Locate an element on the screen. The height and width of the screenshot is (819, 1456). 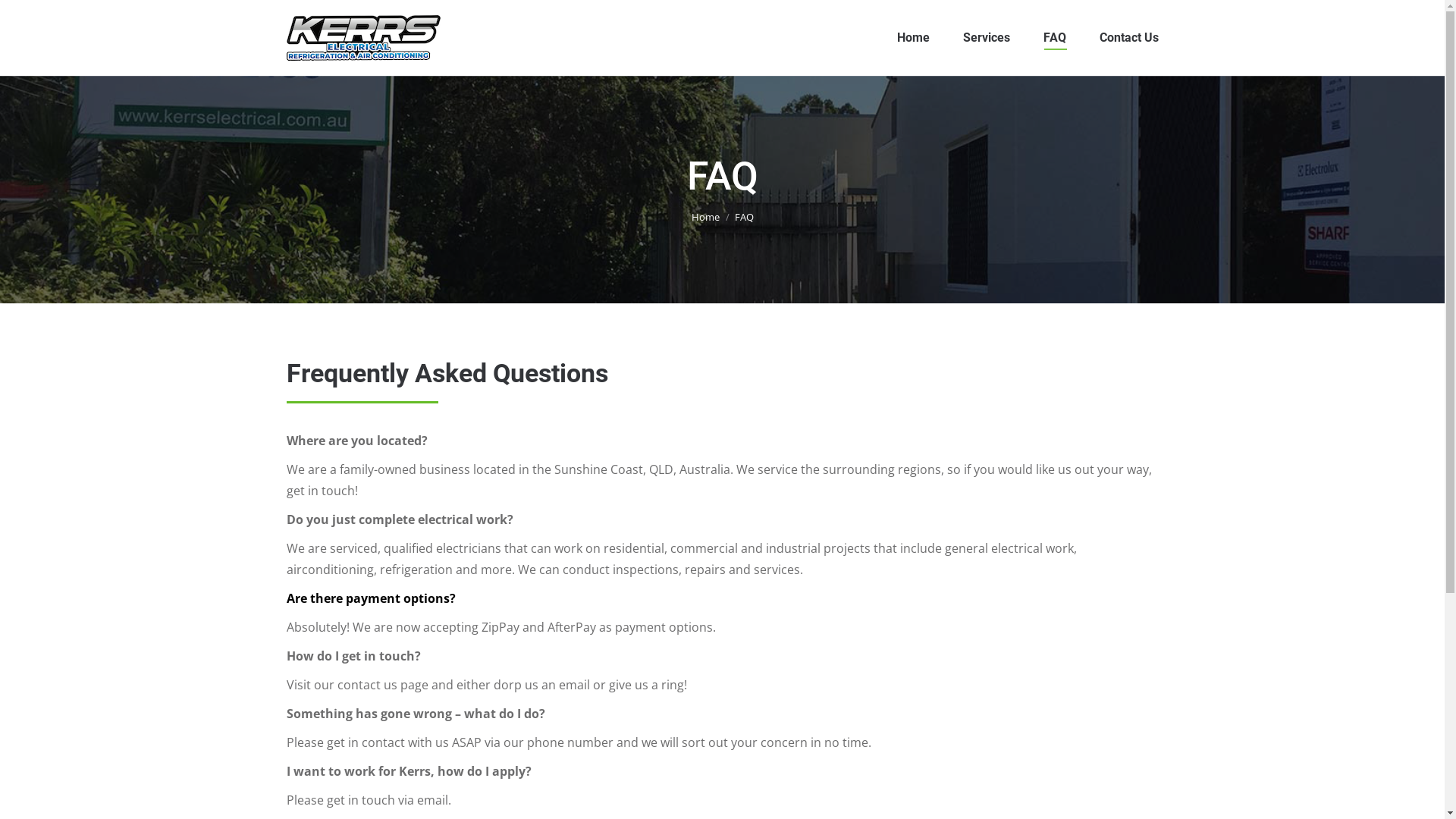
'Contact Us' is located at coordinates (1099, 37).